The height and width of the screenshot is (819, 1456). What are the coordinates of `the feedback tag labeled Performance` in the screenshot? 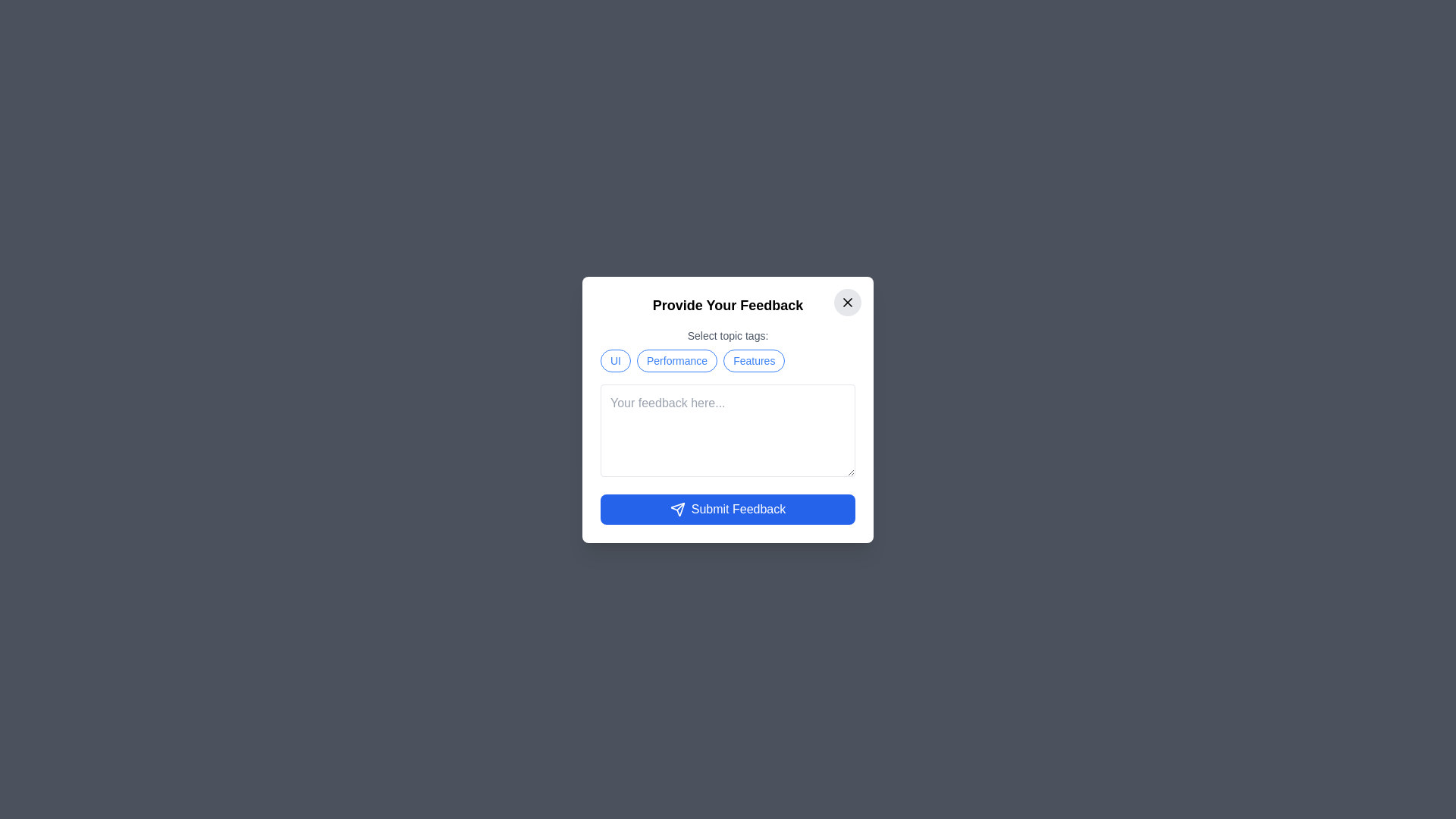 It's located at (676, 360).